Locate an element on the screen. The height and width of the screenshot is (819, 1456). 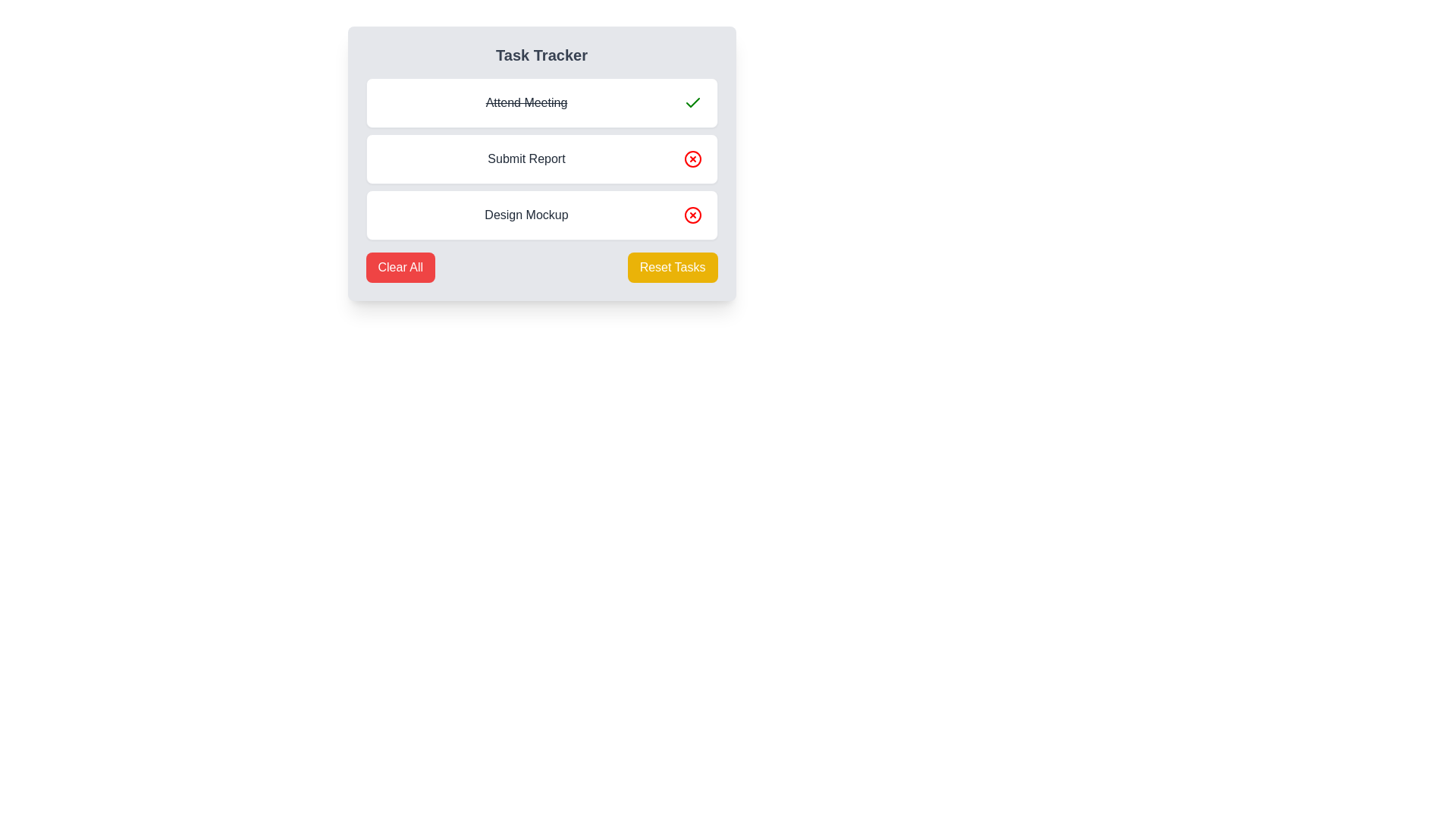
the 'Submit Report' text in the second list item of the task management UI is located at coordinates (541, 158).